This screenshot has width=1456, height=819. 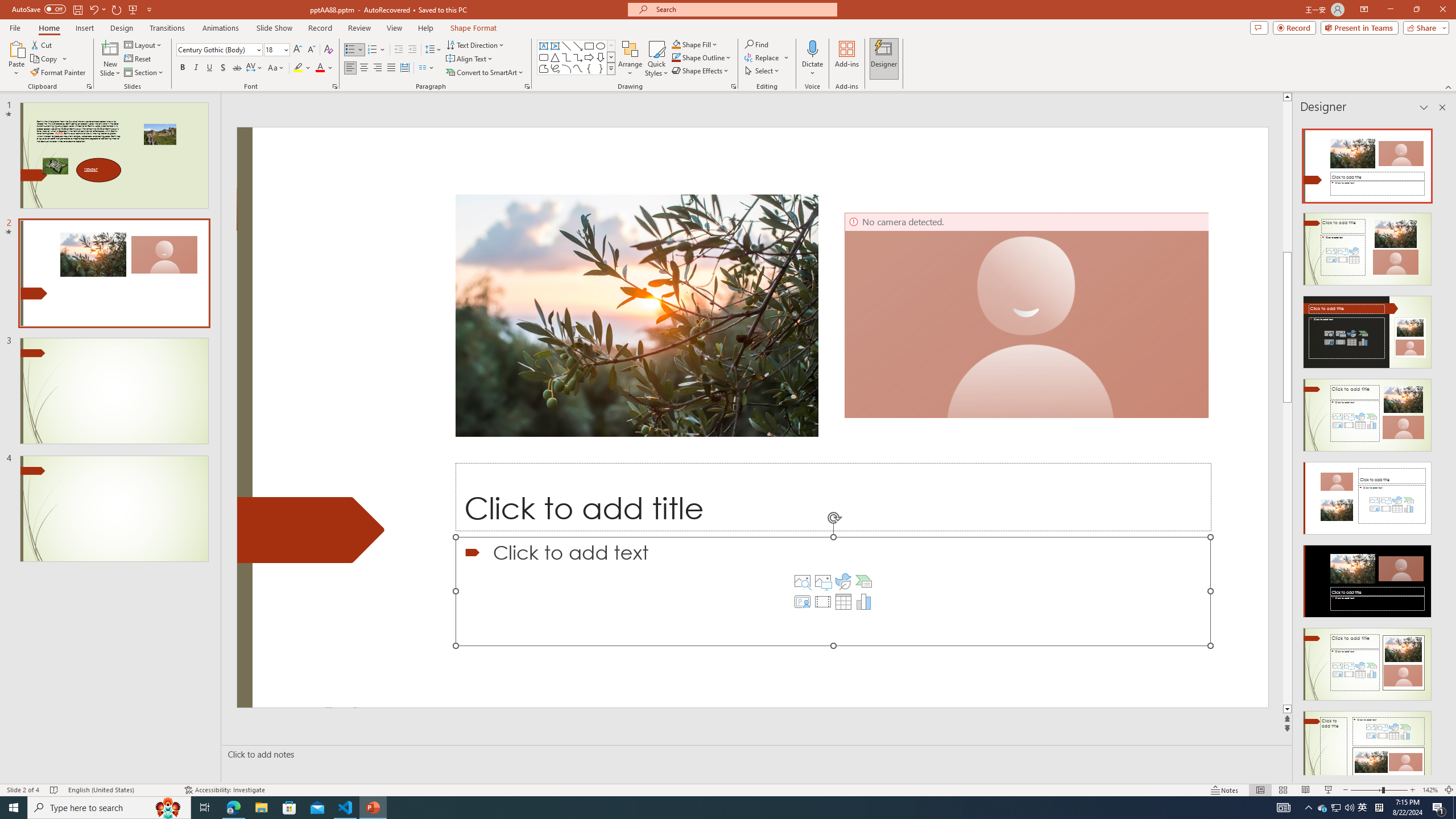 I want to click on 'Shadow', so click(x=222, y=67).